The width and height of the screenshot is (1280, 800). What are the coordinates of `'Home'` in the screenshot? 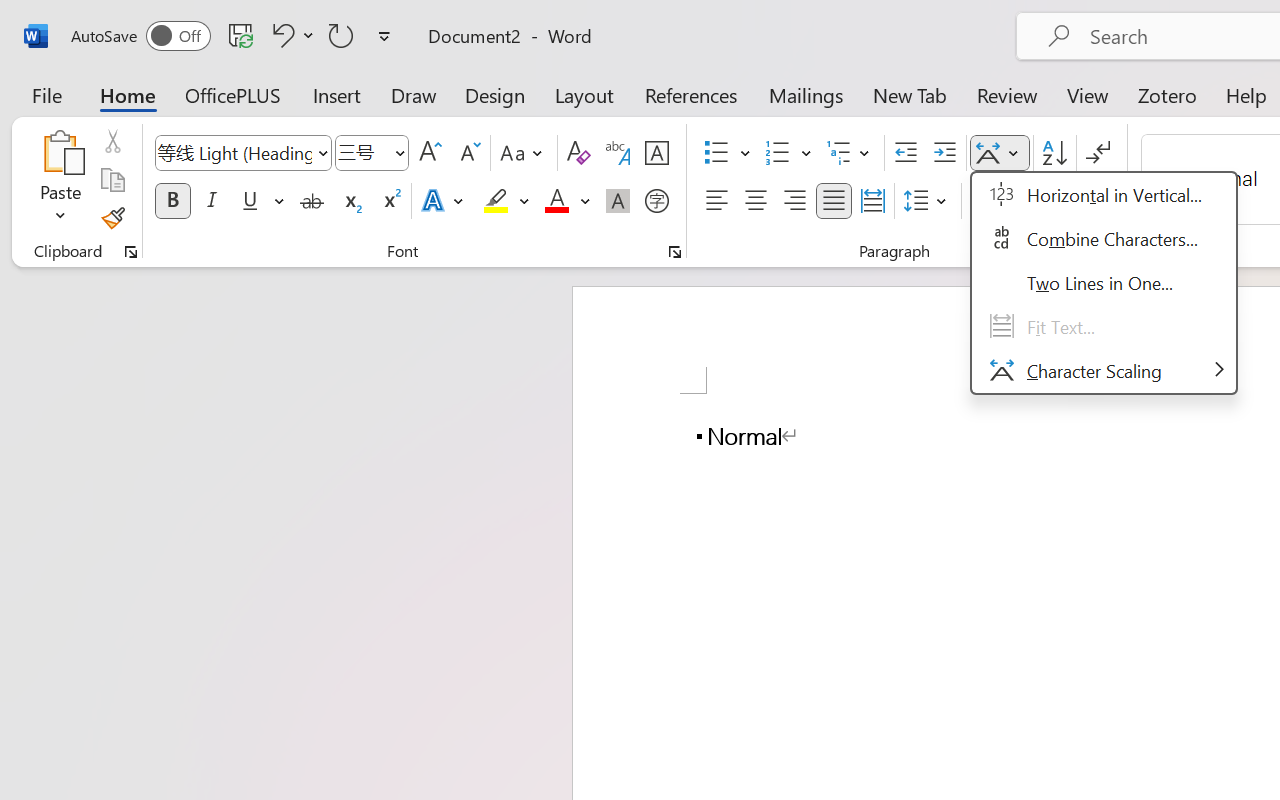 It's located at (127, 94).